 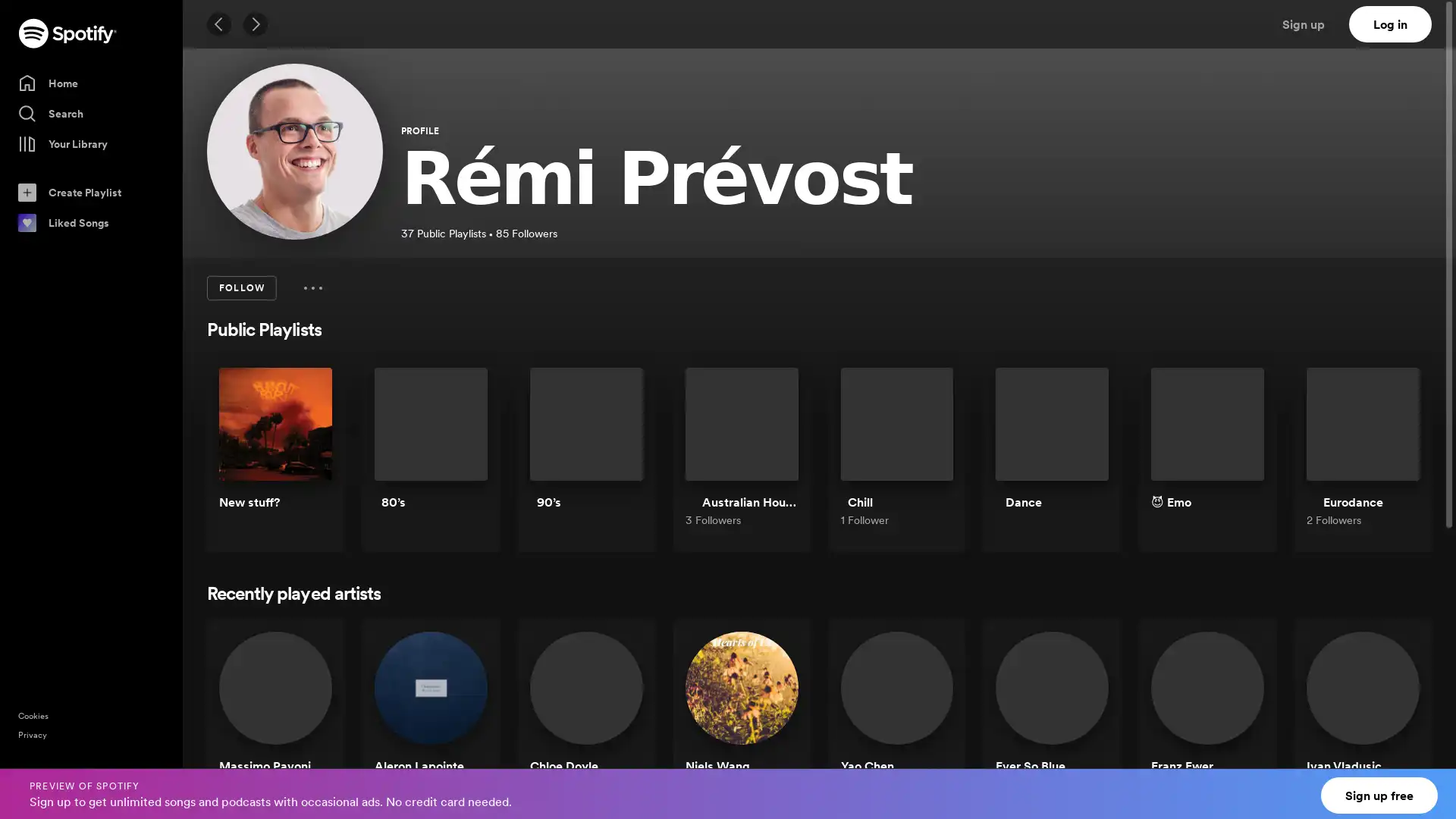 I want to click on Play New stuff?, so click(x=306, y=461).